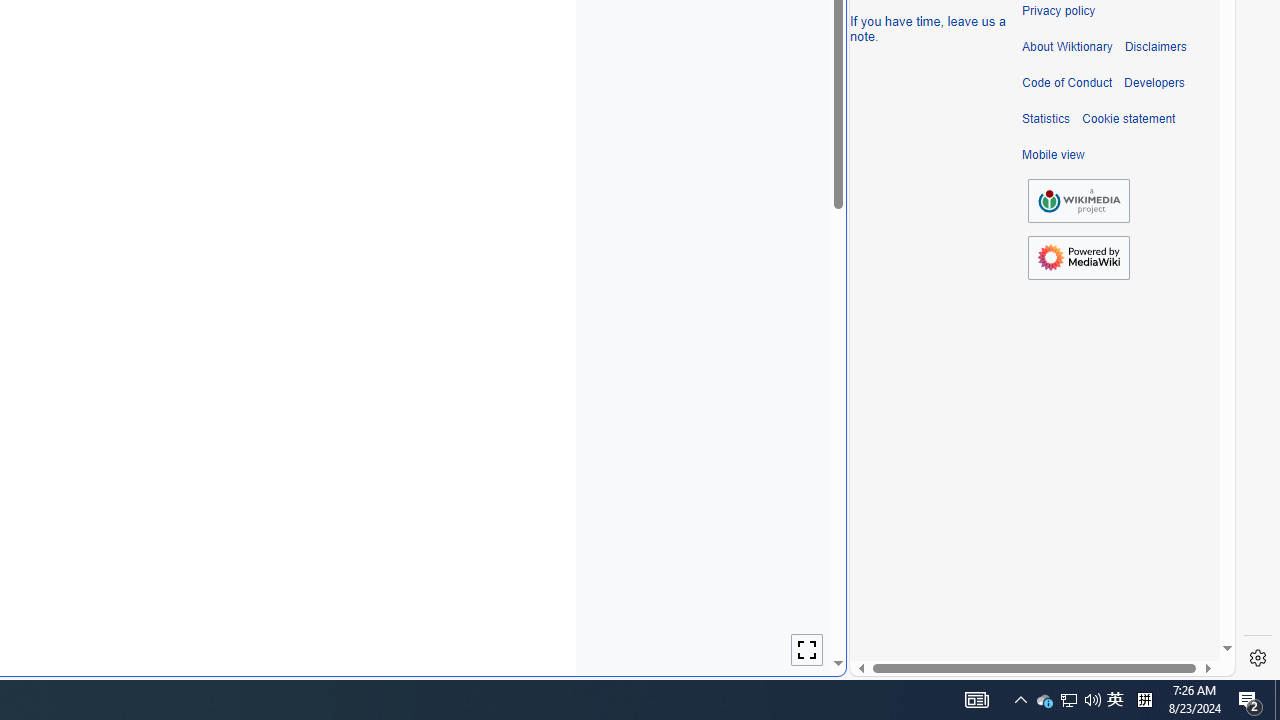 The height and width of the screenshot is (720, 1280). I want to click on 'Mobile view', so click(1052, 154).